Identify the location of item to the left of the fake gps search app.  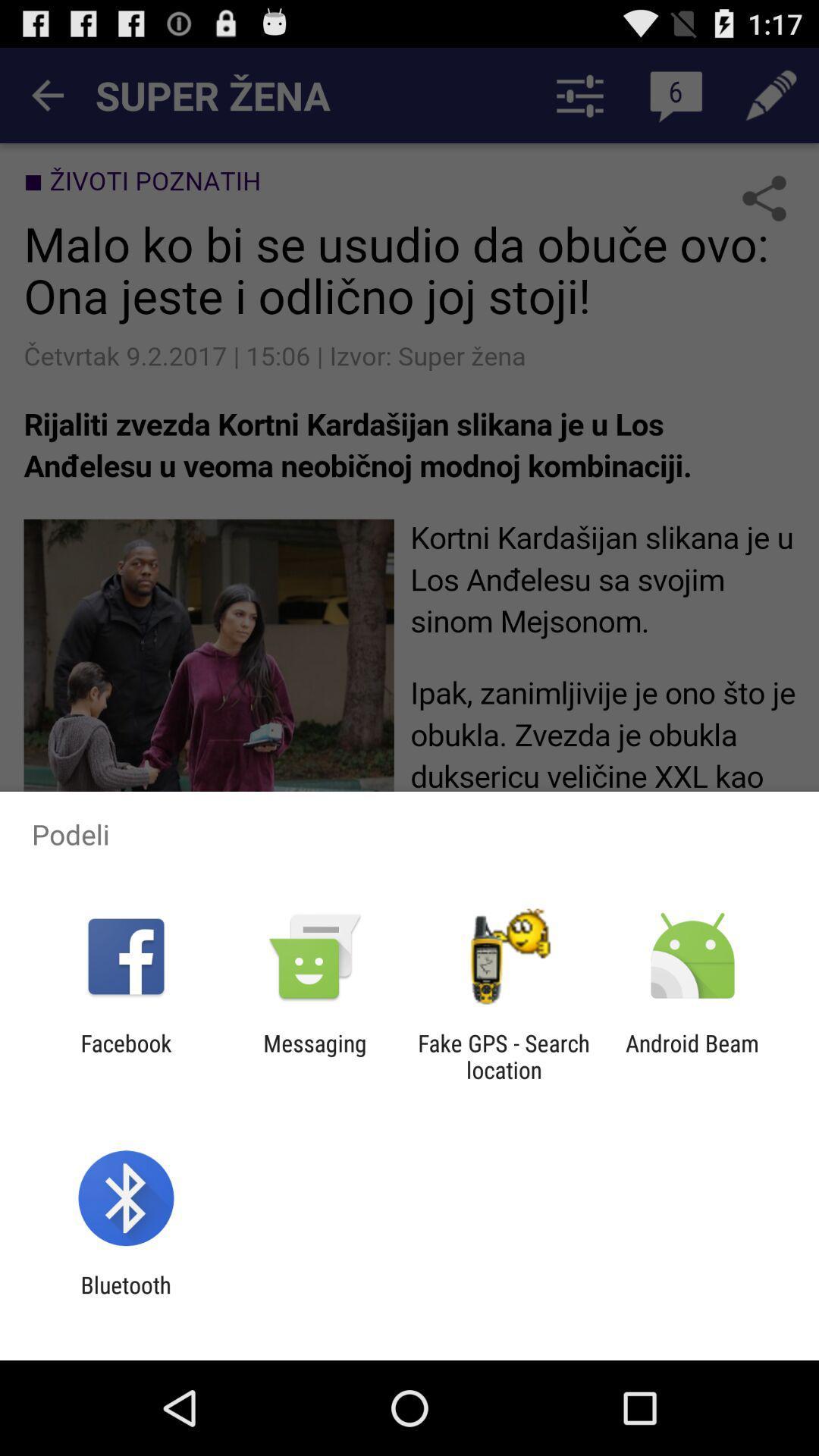
(314, 1056).